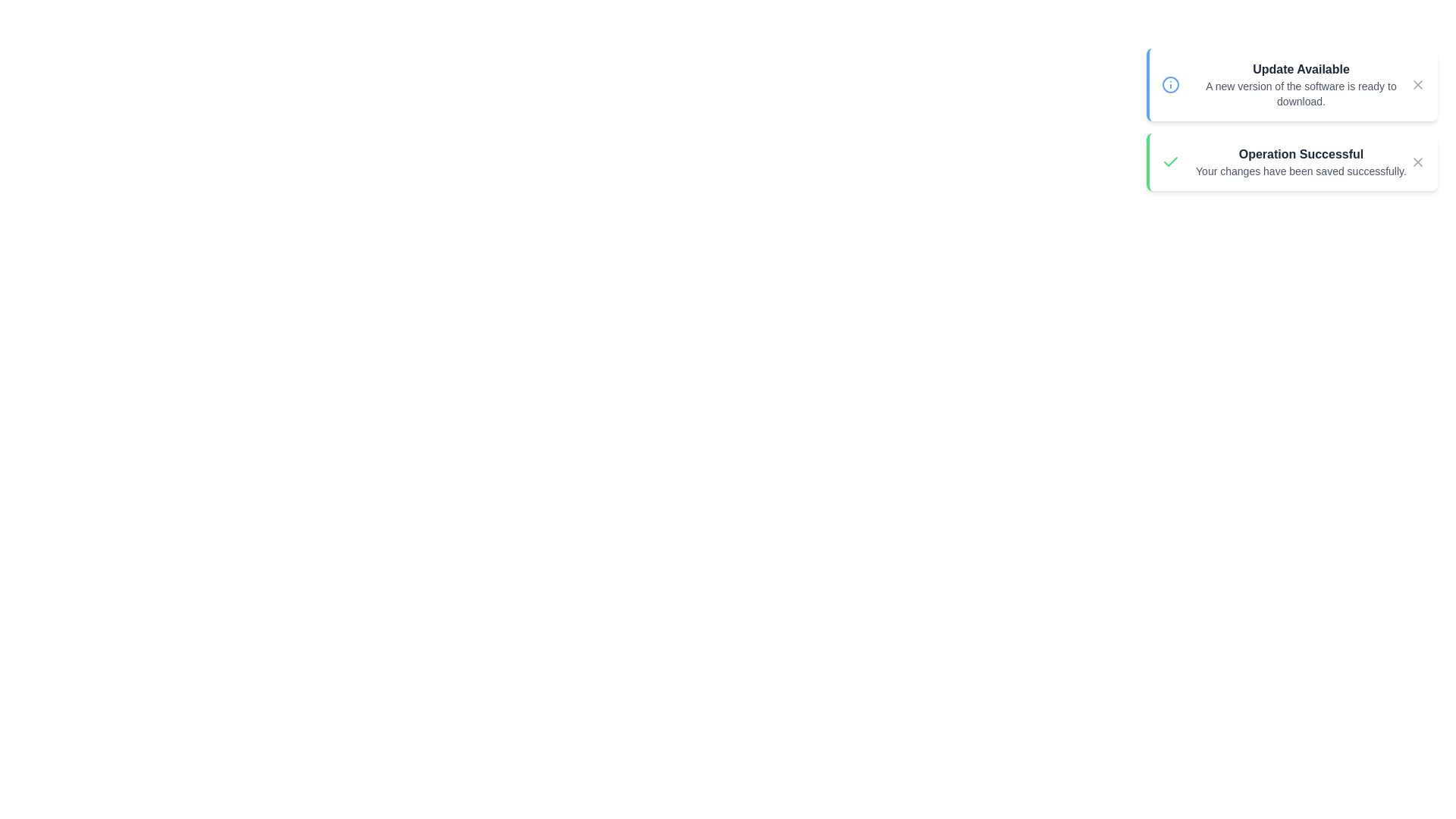 This screenshot has height=819, width=1456. What do you see at coordinates (1301, 171) in the screenshot?
I see `the text label providing additional context indicating the successful completion of a recent operation, located directly below 'Operation Successful' in the notification card` at bounding box center [1301, 171].